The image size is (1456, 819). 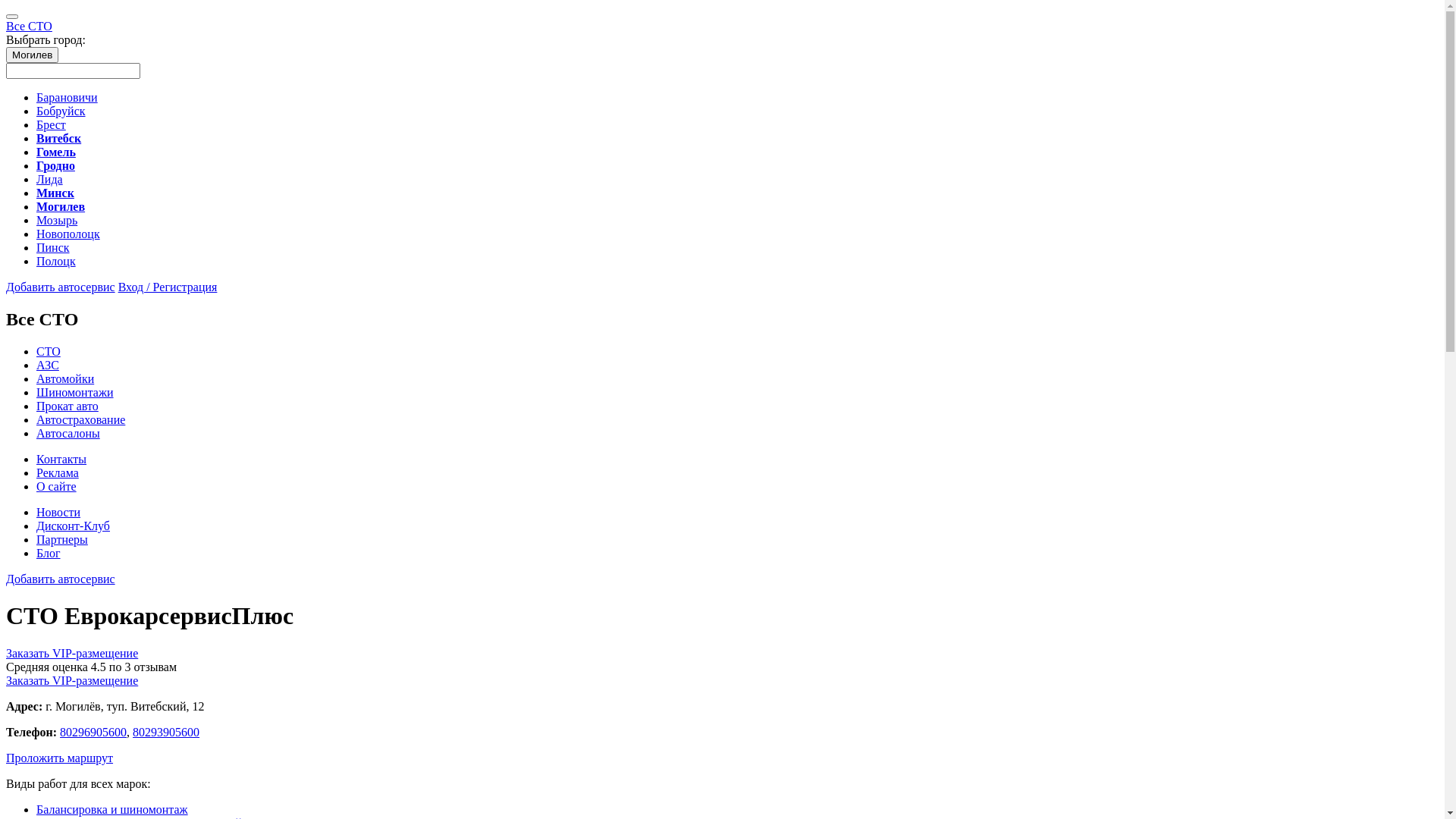 What do you see at coordinates (132, 731) in the screenshot?
I see `'80293905600'` at bounding box center [132, 731].